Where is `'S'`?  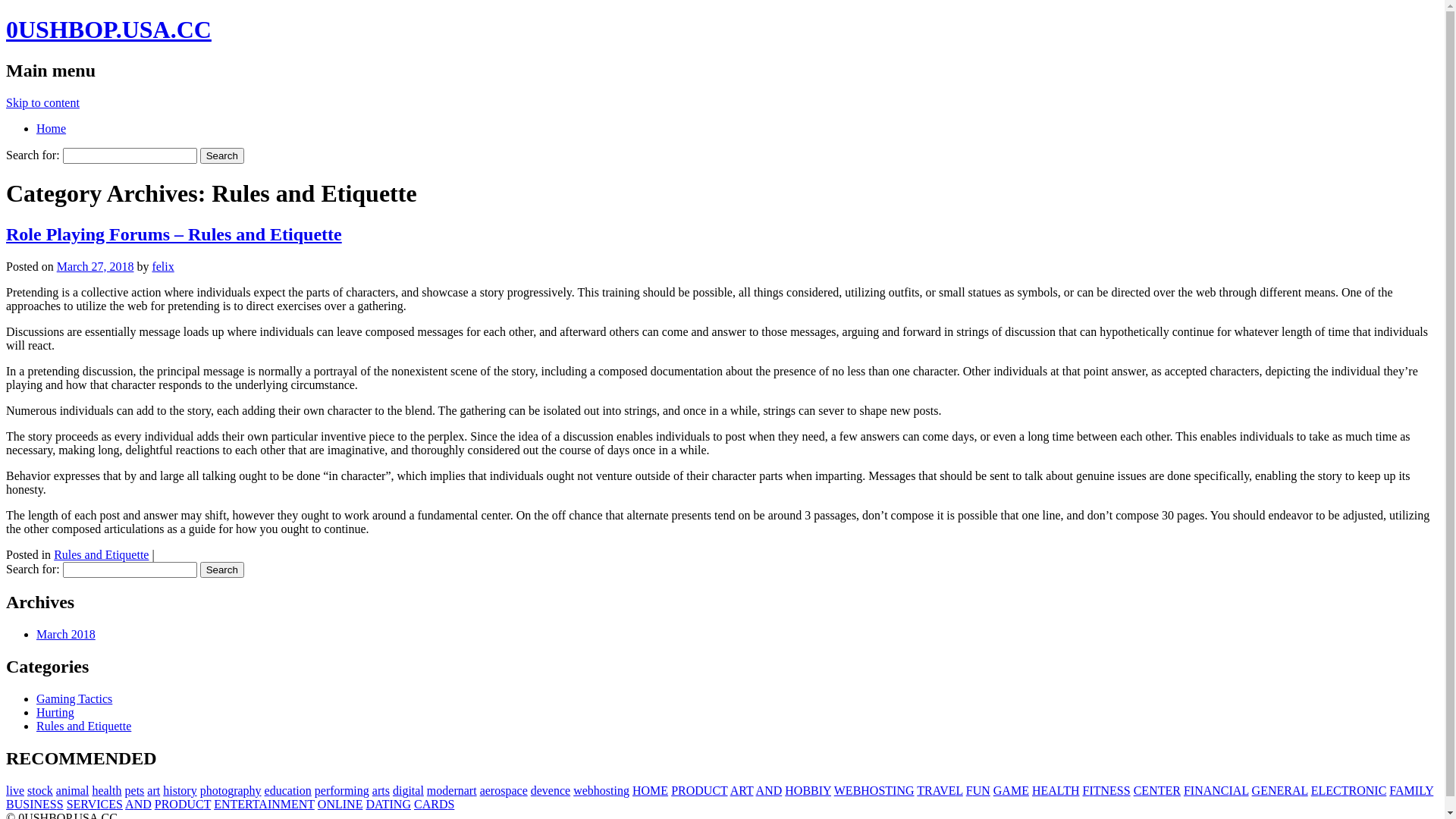
'S' is located at coordinates (60, 803).